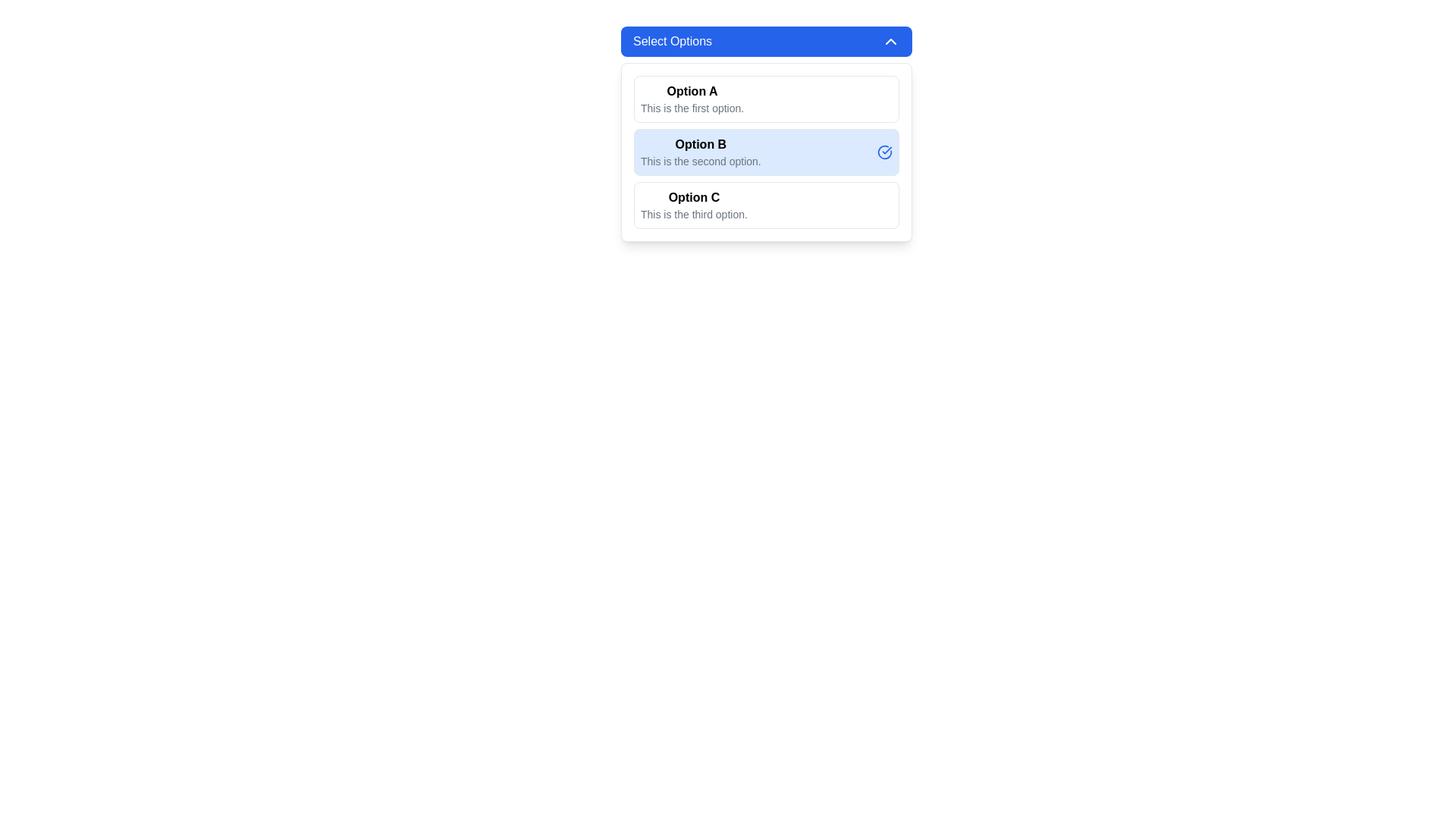  Describe the element at coordinates (884, 152) in the screenshot. I see `the blue circular icon with a checkmark associated with 'Option B', located to the right of the text` at that location.